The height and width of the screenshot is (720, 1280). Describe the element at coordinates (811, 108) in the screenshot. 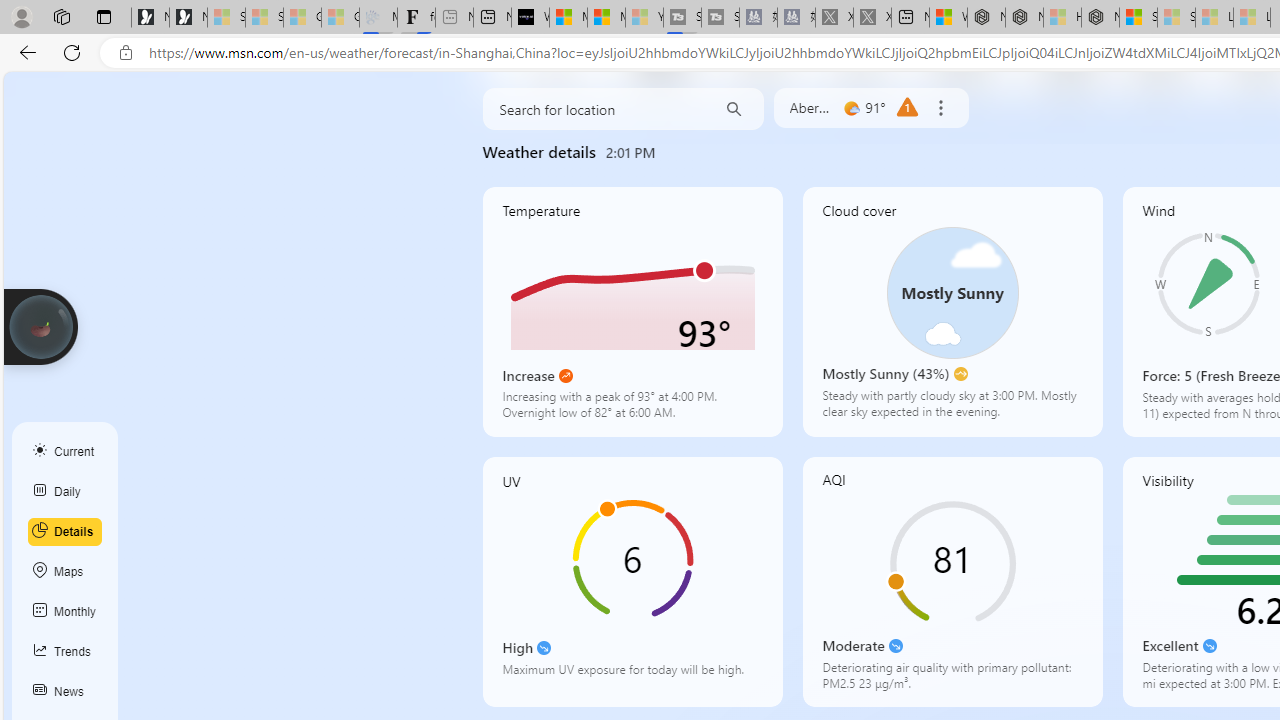

I see `'Aberdeen'` at that location.